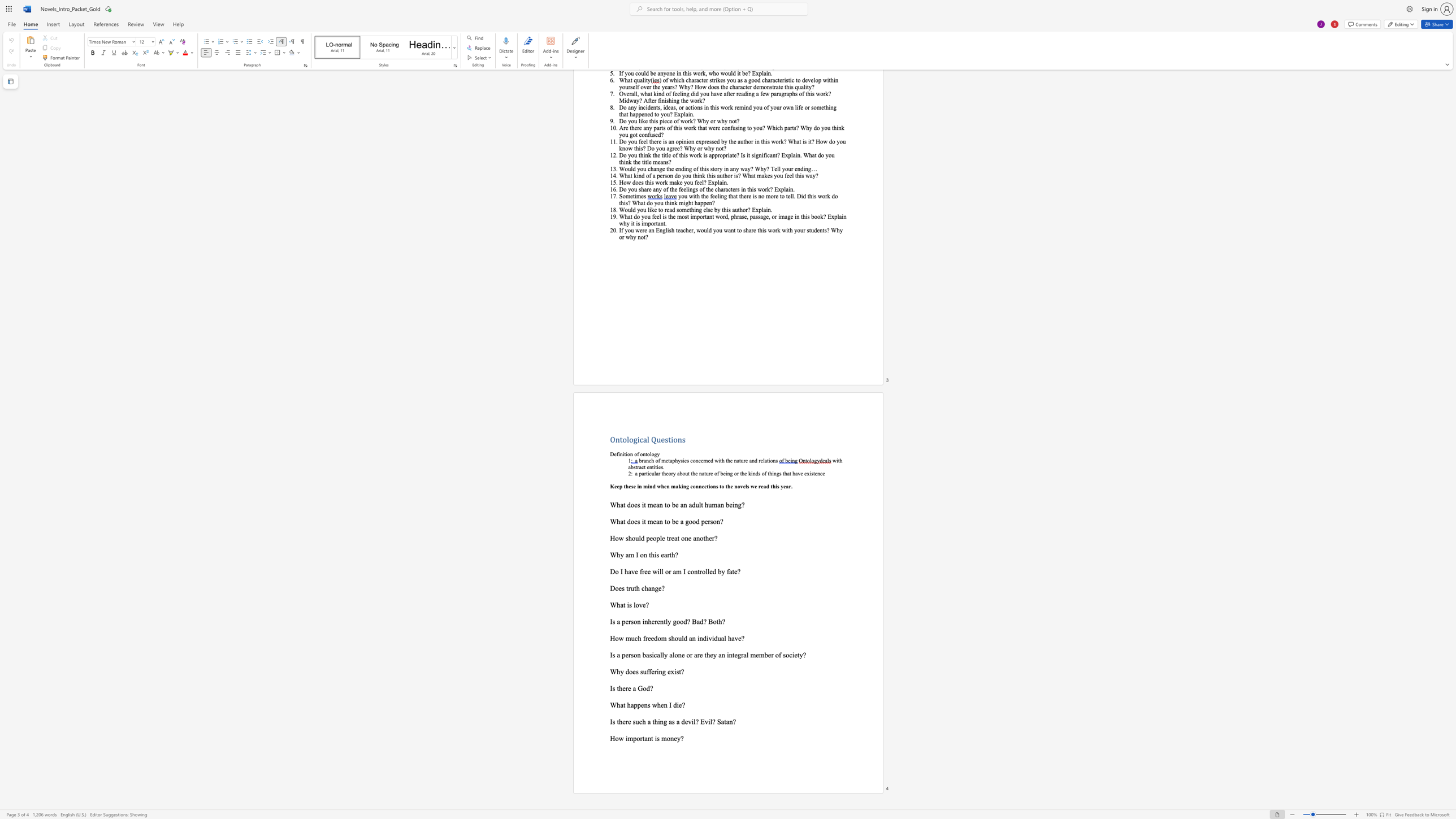 This screenshot has height=819, width=1456. I want to click on the subset text "di" within the text "How much freedom should an individual have?", so click(702, 638).